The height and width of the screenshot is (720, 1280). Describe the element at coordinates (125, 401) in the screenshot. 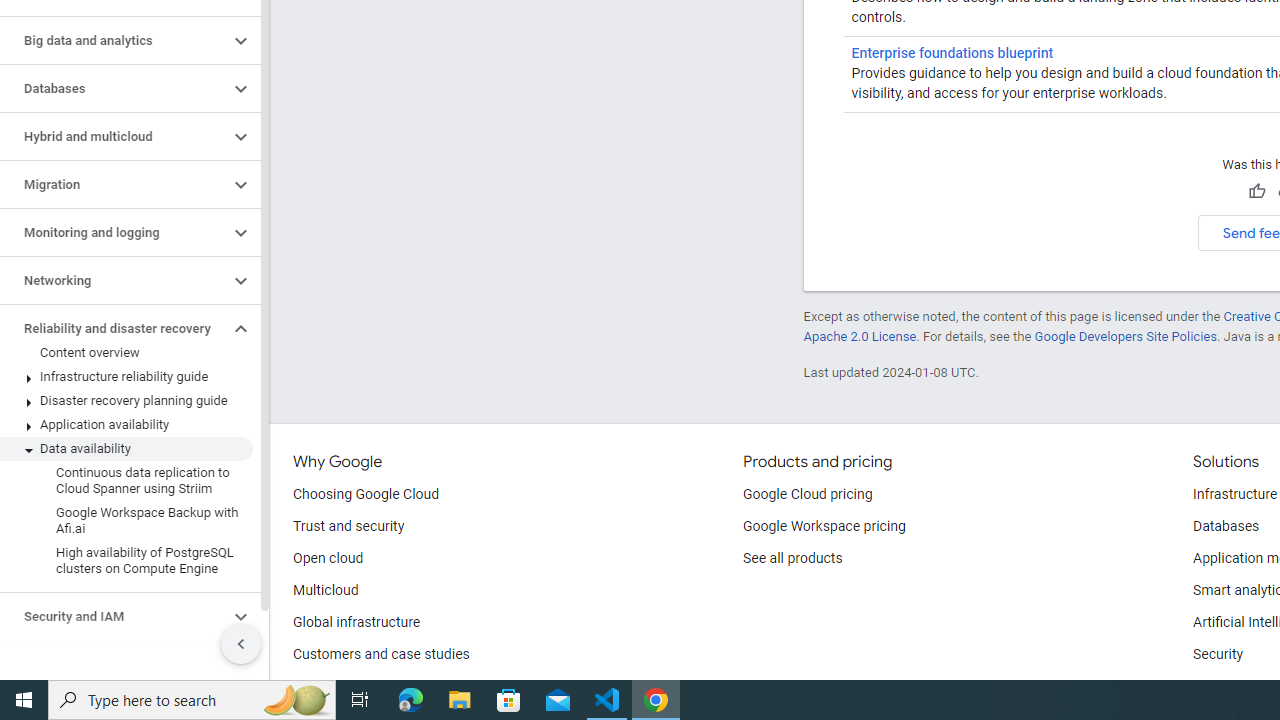

I see `'Disaster recovery planning guide'` at that location.